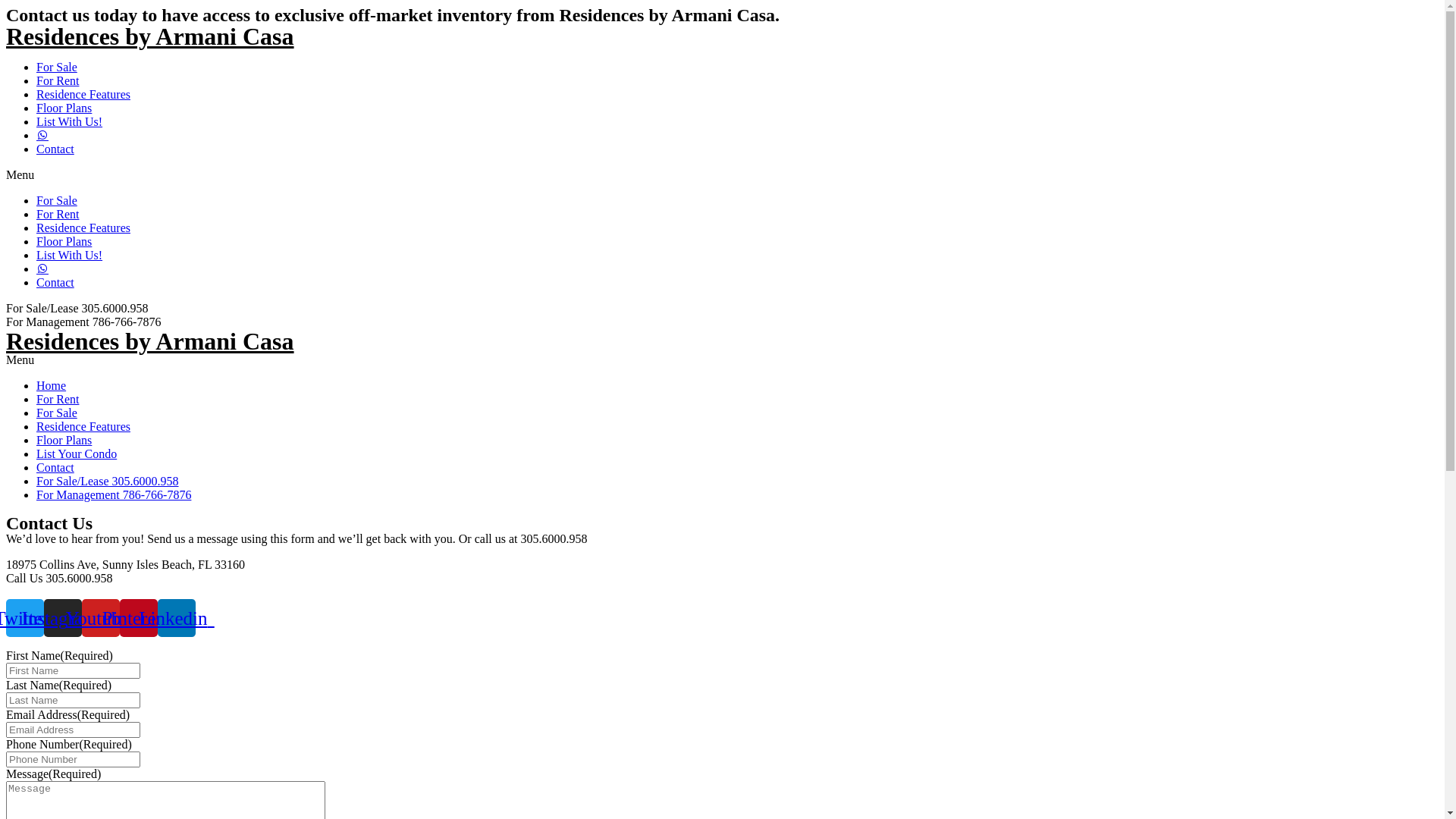 The width and height of the screenshot is (1456, 819). Describe the element at coordinates (112, 494) in the screenshot. I see `'For Management 786-766-7876'` at that location.